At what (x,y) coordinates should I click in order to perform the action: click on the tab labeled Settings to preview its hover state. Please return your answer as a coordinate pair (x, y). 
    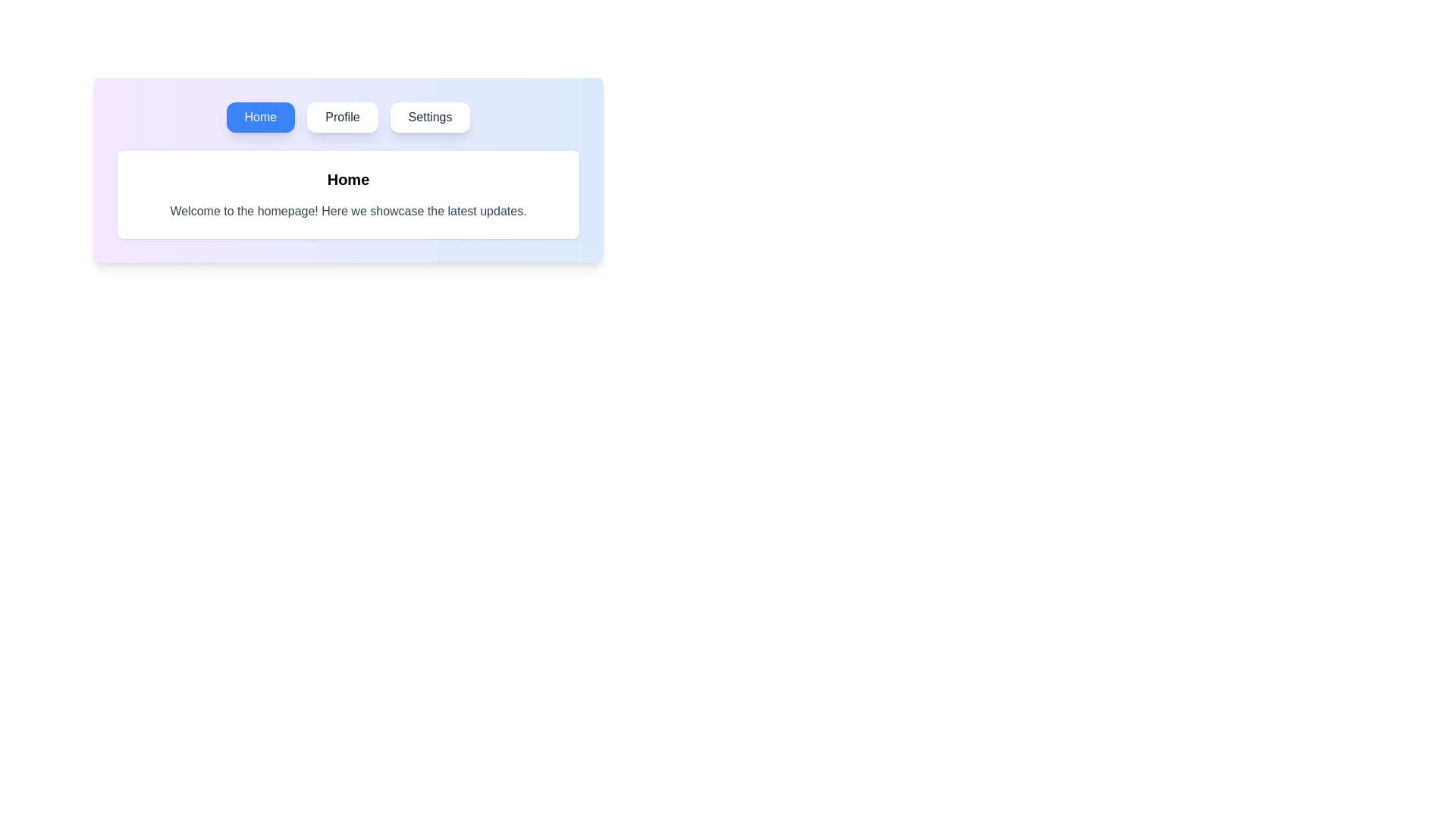
    Looking at the image, I should click on (429, 116).